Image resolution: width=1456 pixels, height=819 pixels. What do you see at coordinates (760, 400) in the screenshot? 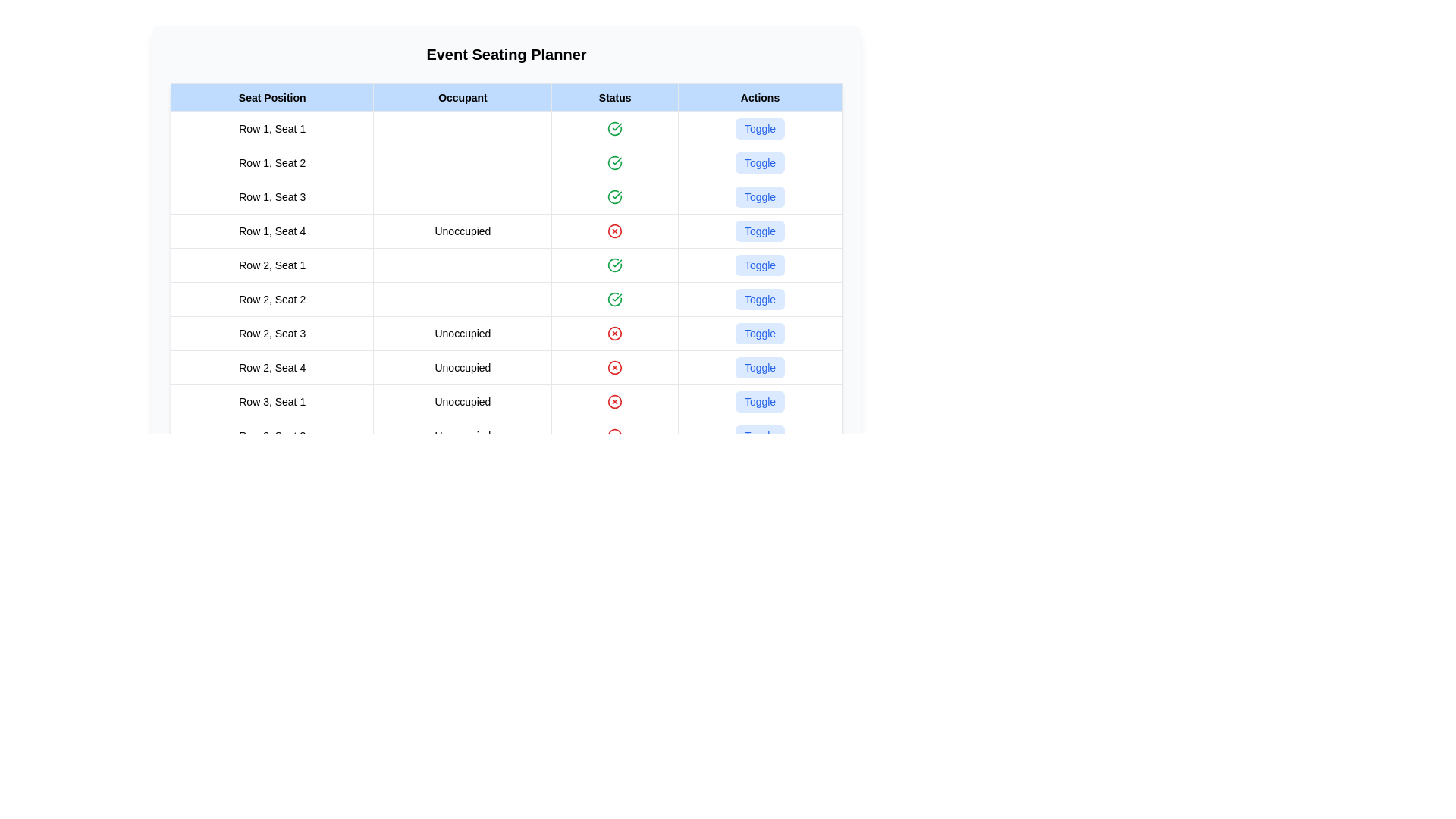
I see `the 'Toggle' button in Row 3, Seat 1 of the 'Actions' column in the 'Event Seating Planner' table` at bounding box center [760, 400].